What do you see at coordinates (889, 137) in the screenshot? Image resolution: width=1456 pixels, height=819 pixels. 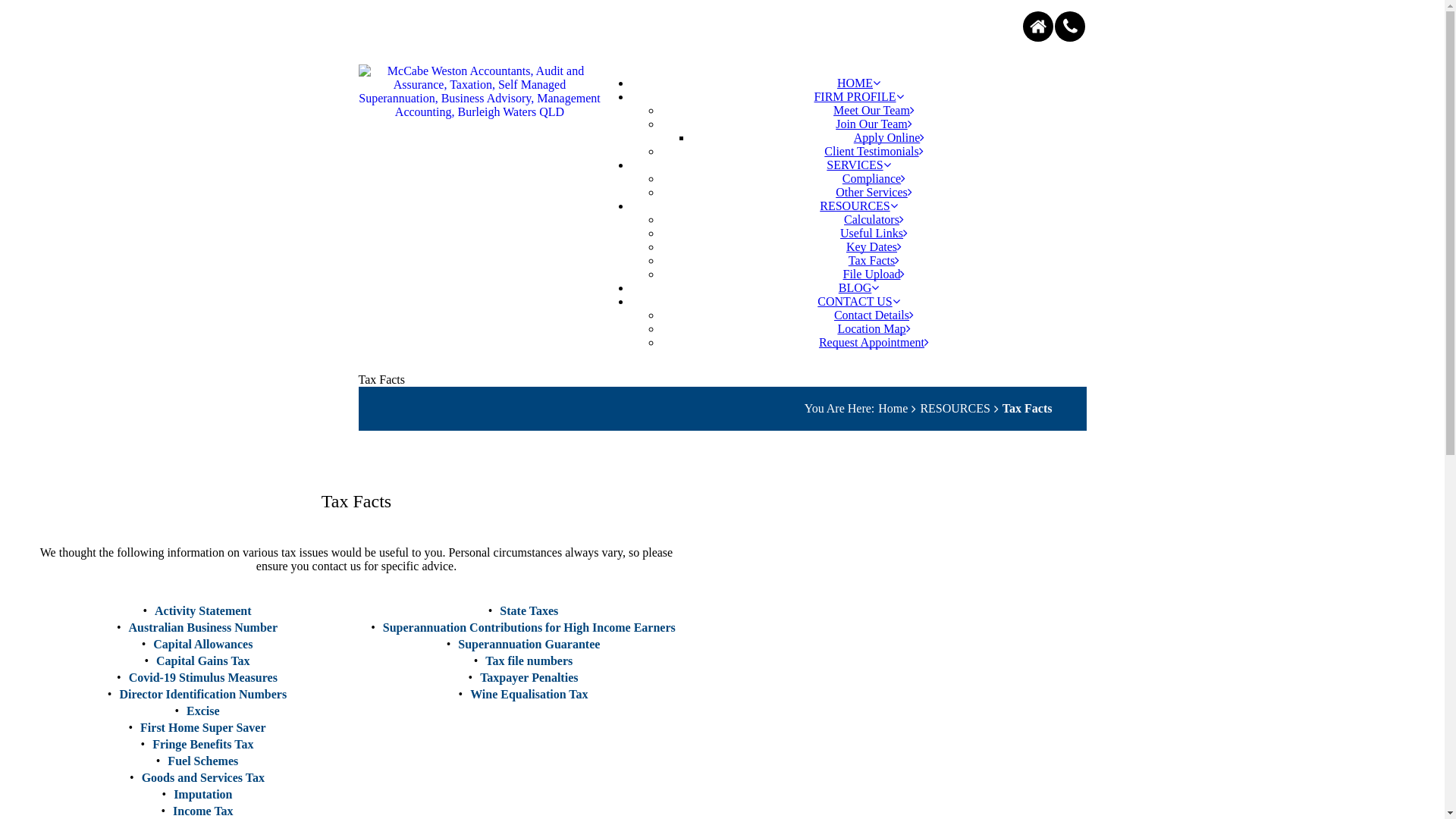 I see `'Apply Online'` at bounding box center [889, 137].